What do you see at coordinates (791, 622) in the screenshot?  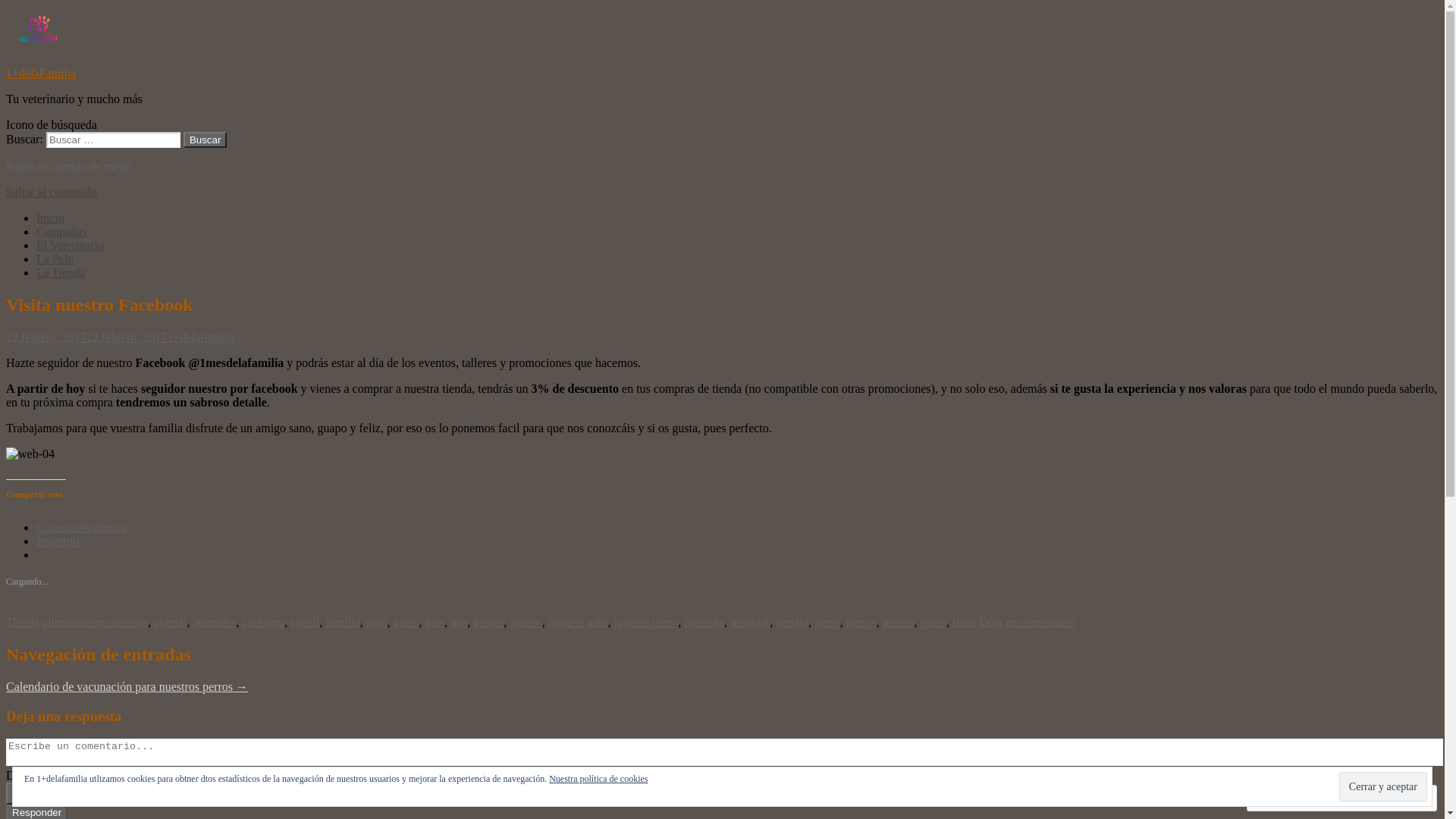 I see `'perrito'` at bounding box center [791, 622].